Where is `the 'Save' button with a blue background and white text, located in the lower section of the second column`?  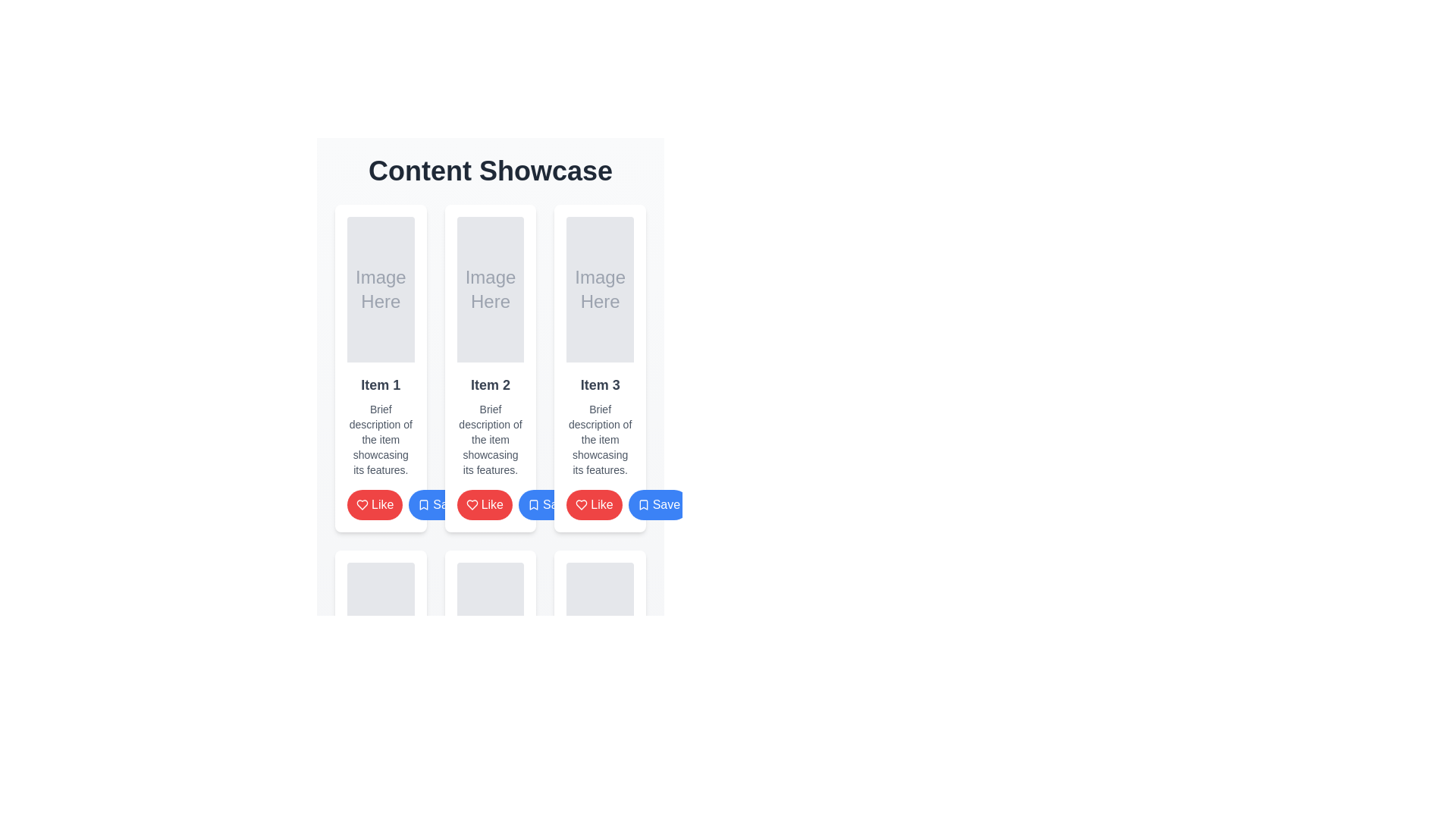 the 'Save' button with a blue background and white text, located in the lower section of the second column is located at coordinates (438, 505).